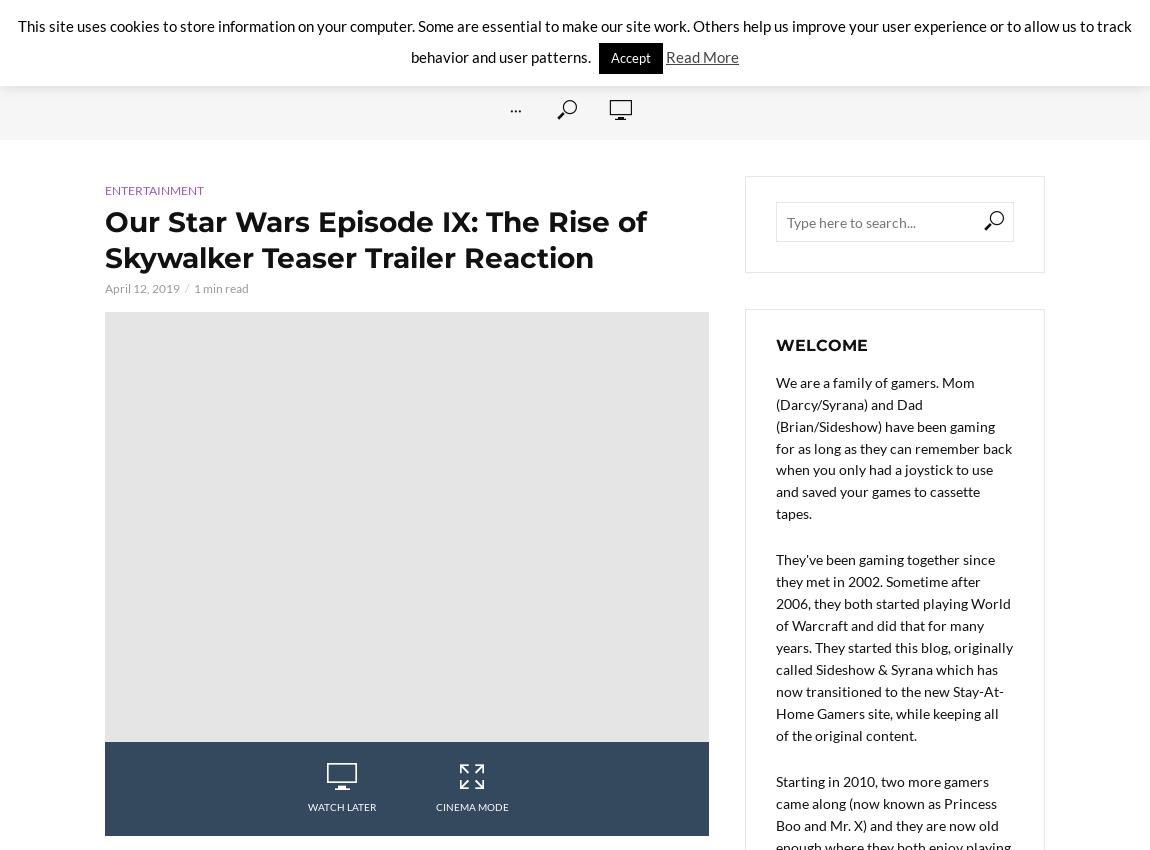 Image resolution: width=1150 pixels, height=850 pixels. Describe the element at coordinates (103, 287) in the screenshot. I see `'April 12, 2019'` at that location.